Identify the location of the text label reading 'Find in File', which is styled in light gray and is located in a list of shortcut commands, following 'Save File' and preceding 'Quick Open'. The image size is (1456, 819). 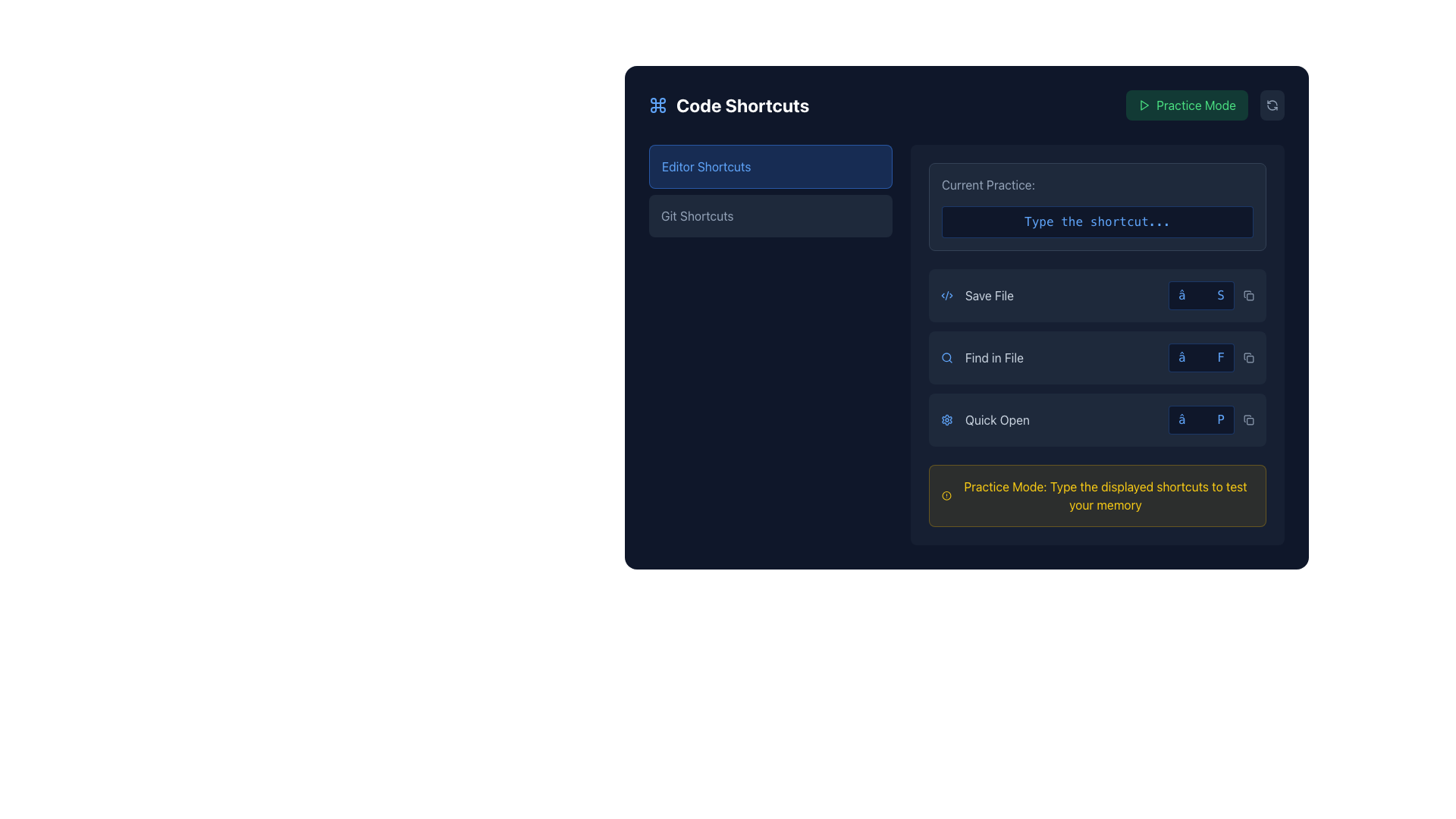
(994, 357).